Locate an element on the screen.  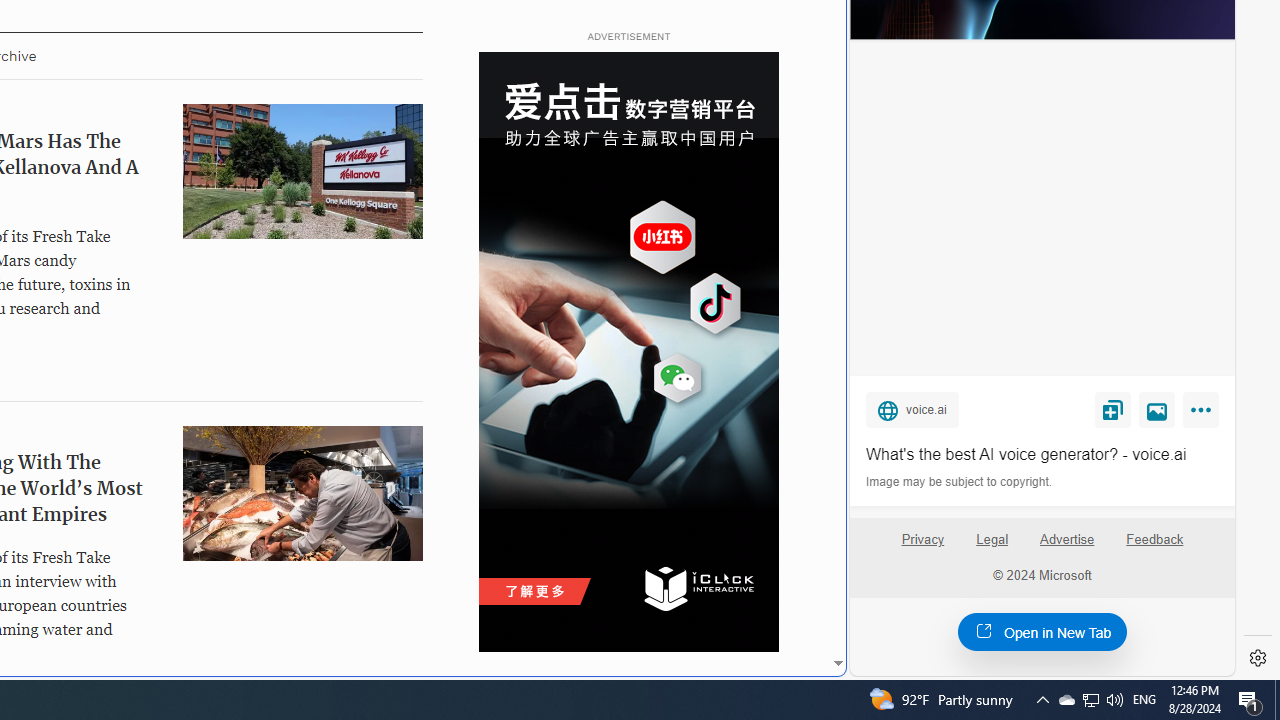
'Legal' is located at coordinates (992, 538).